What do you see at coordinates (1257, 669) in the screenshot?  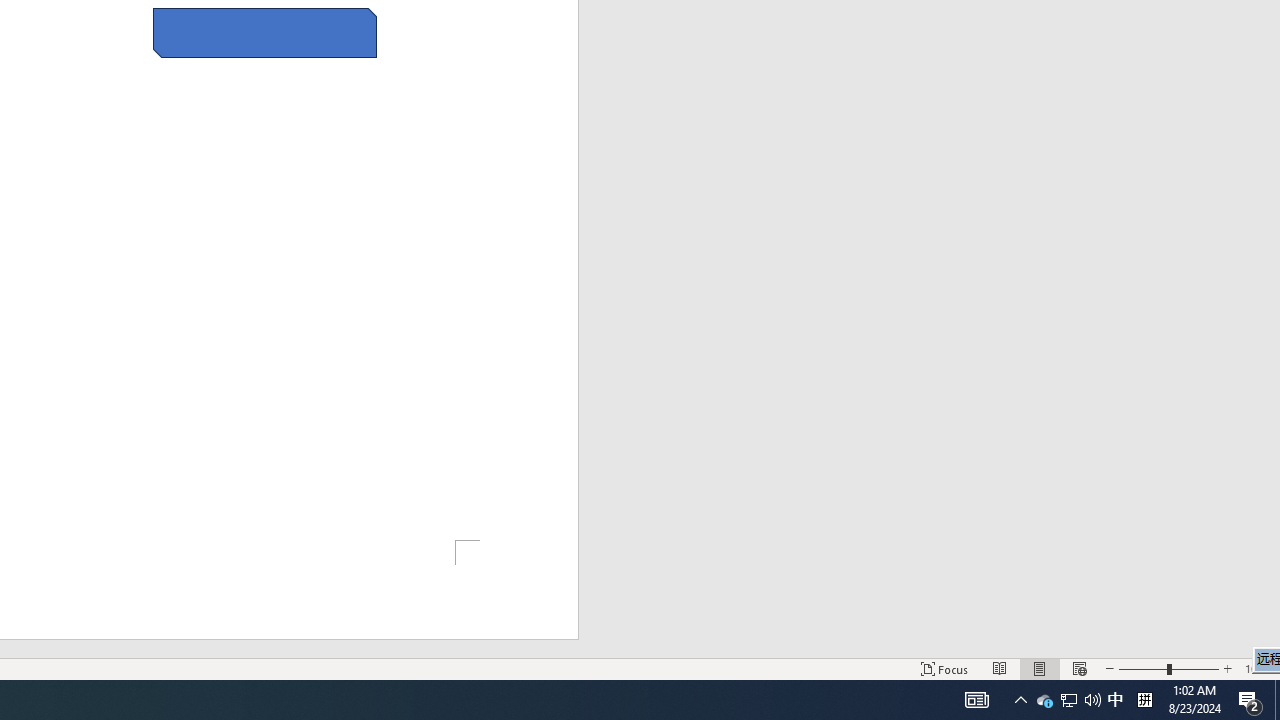 I see `'Zoom 104%'` at bounding box center [1257, 669].